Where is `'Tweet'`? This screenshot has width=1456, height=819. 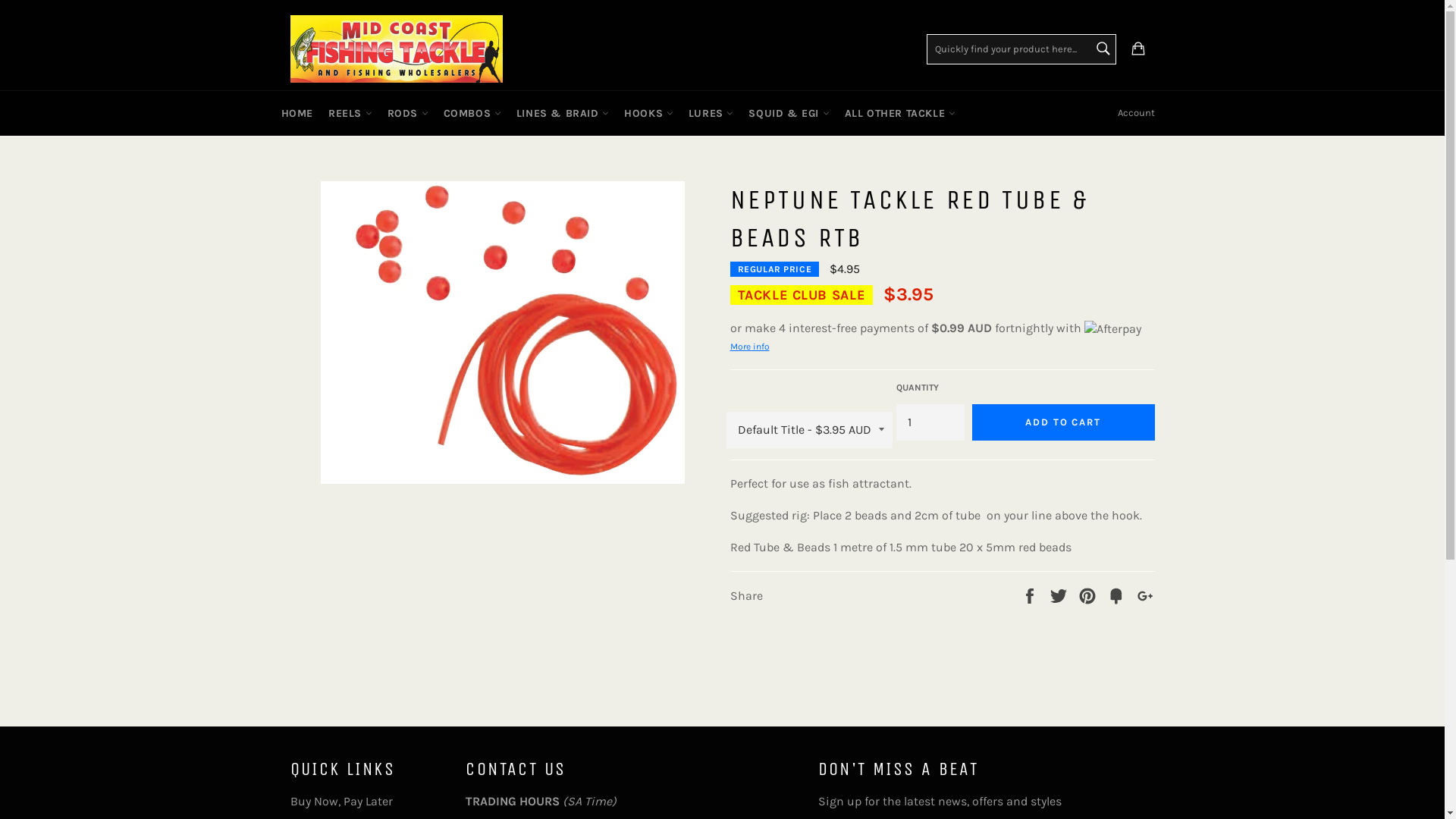 'Tweet' is located at coordinates (1059, 594).